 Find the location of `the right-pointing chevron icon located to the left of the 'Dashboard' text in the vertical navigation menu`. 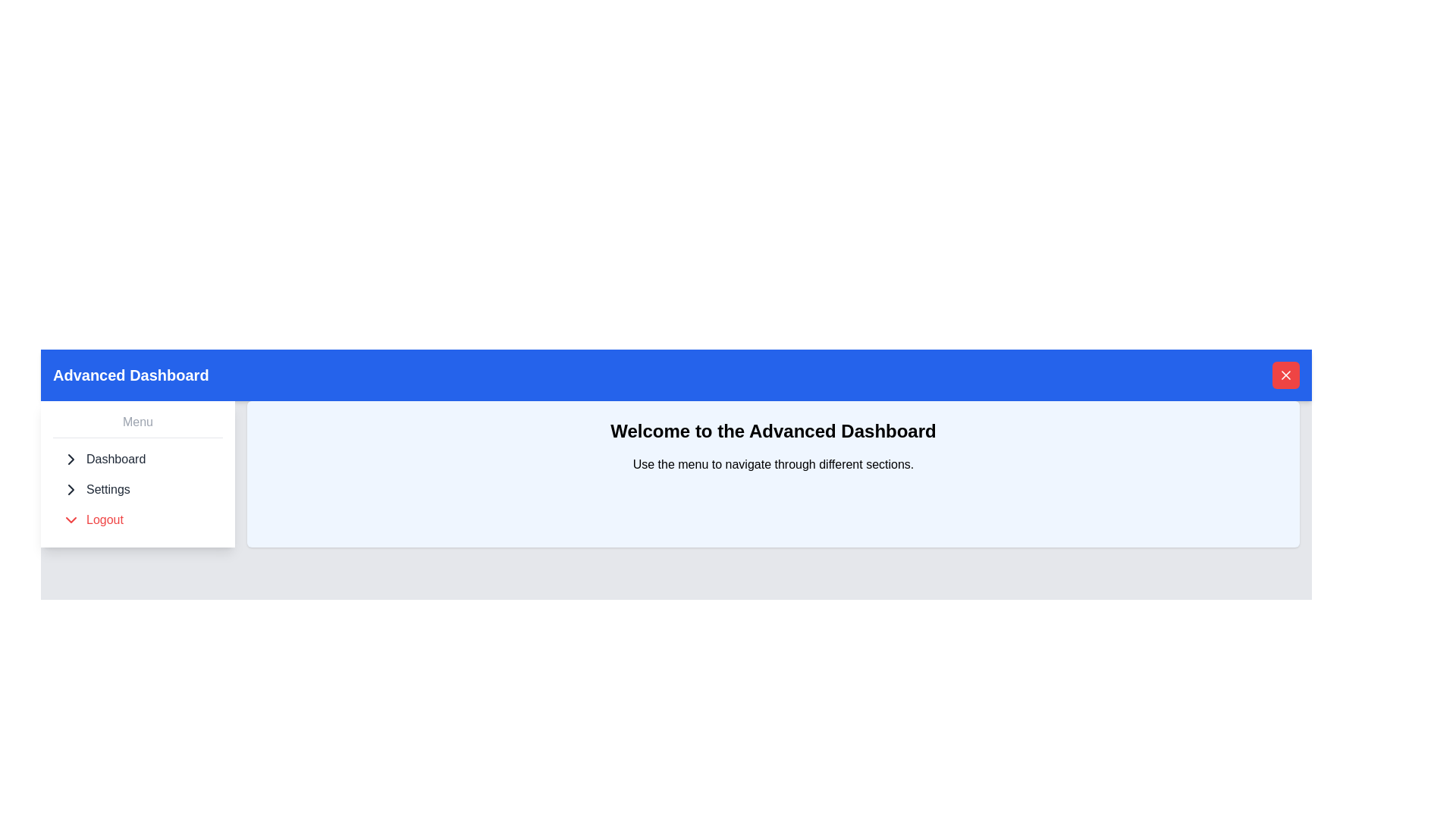

the right-pointing chevron icon located to the left of the 'Dashboard' text in the vertical navigation menu is located at coordinates (71, 458).